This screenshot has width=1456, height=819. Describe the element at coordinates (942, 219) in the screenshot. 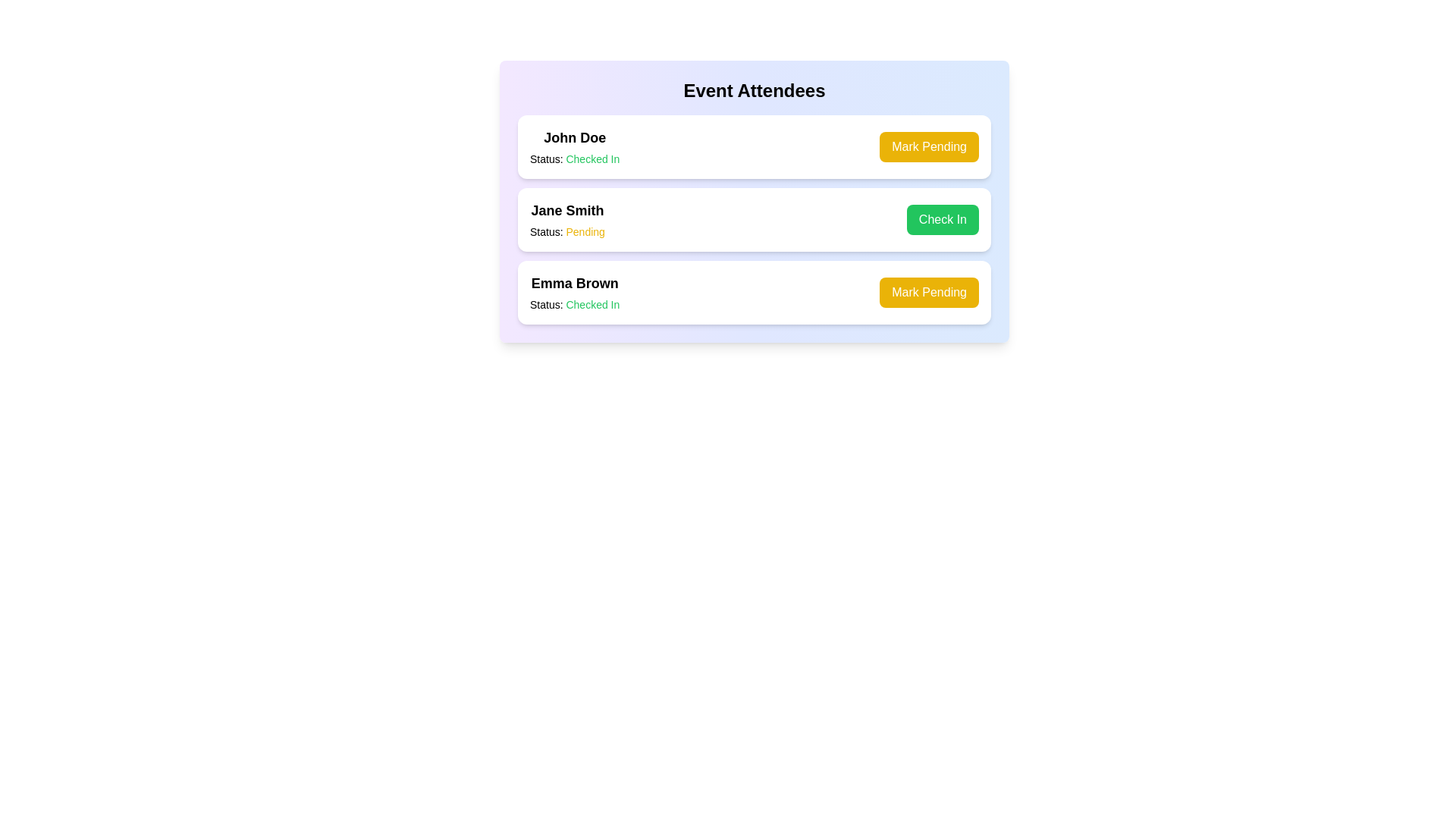

I see `the 'Check In' button for Jane Smith` at that location.